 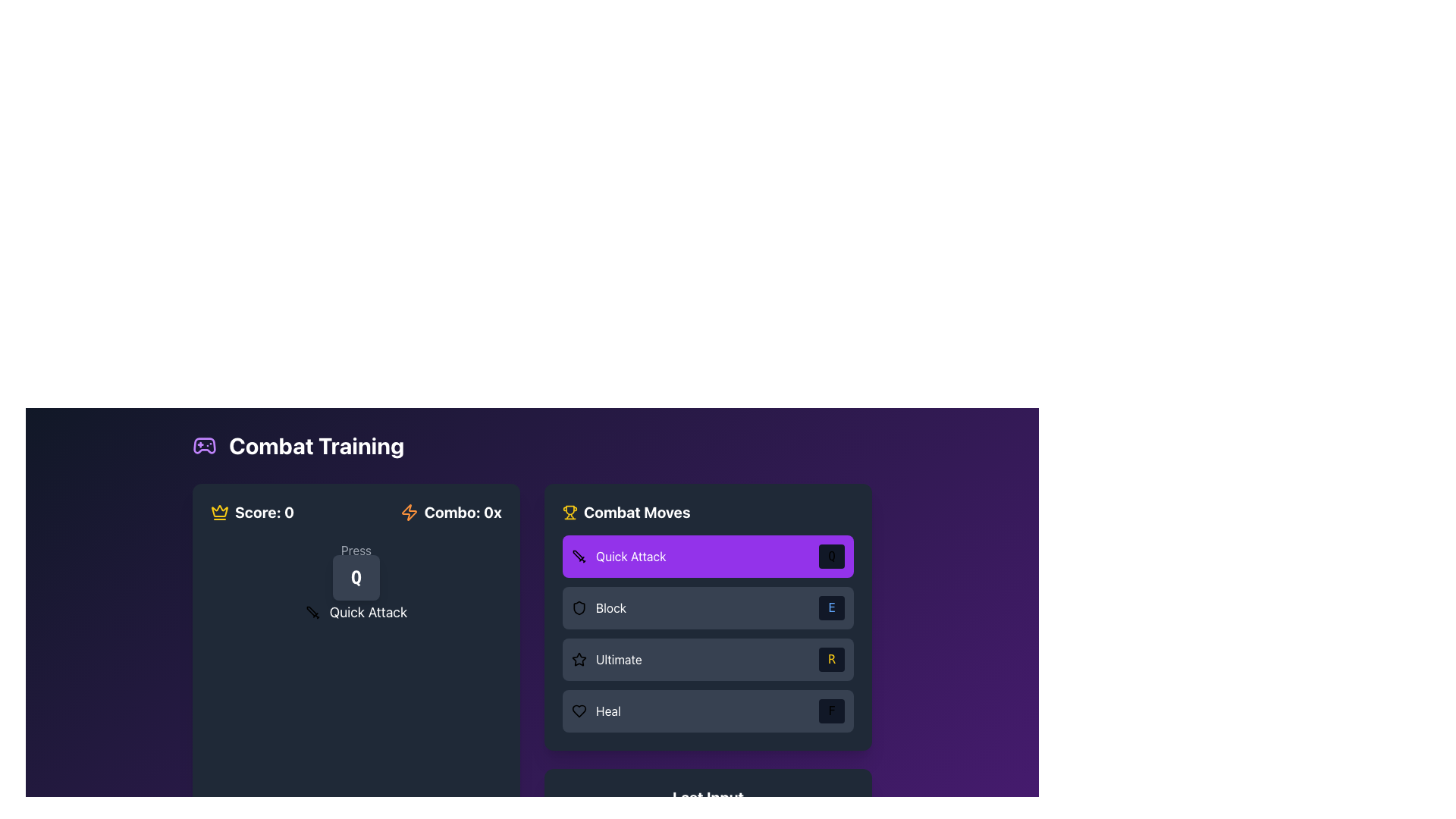 What do you see at coordinates (356, 565) in the screenshot?
I see `the Keybinding Indicator button with the gray background and white text 'Q', which is located in the center of the left section of the interface` at bounding box center [356, 565].